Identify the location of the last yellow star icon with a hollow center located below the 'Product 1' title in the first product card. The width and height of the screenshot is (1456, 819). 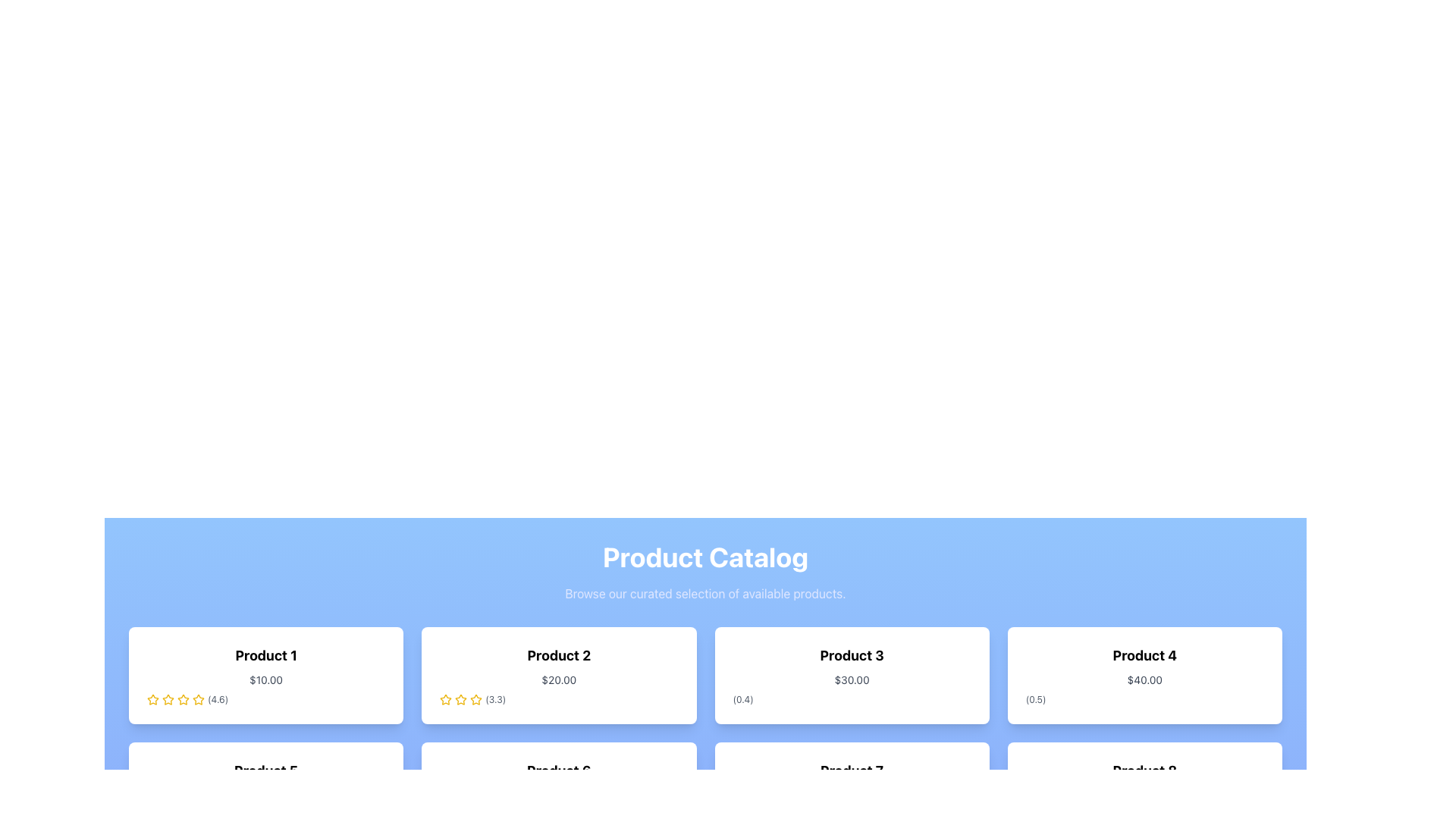
(198, 699).